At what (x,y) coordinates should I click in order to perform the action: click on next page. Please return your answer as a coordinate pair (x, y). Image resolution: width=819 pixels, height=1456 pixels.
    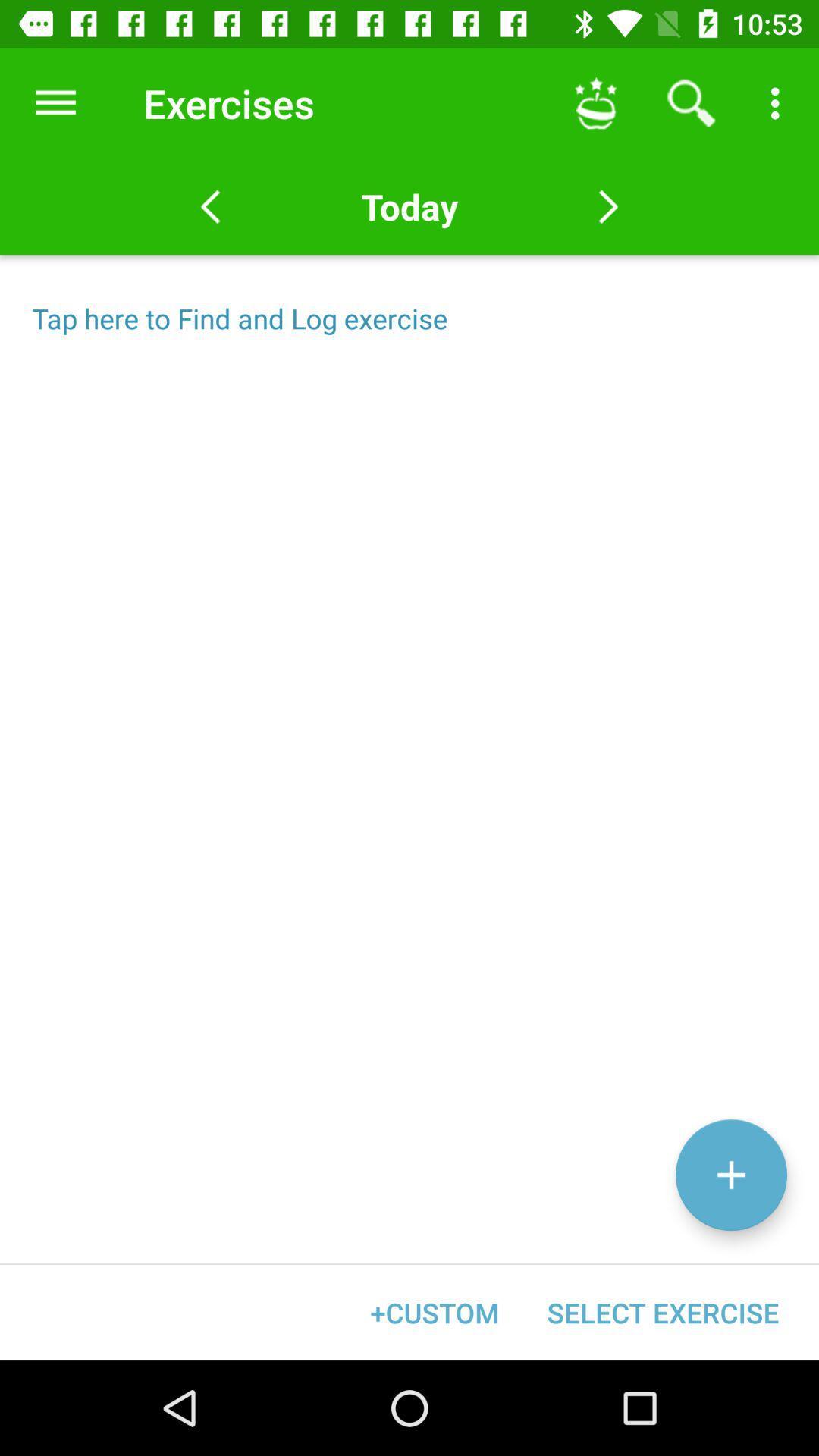
    Looking at the image, I should click on (607, 206).